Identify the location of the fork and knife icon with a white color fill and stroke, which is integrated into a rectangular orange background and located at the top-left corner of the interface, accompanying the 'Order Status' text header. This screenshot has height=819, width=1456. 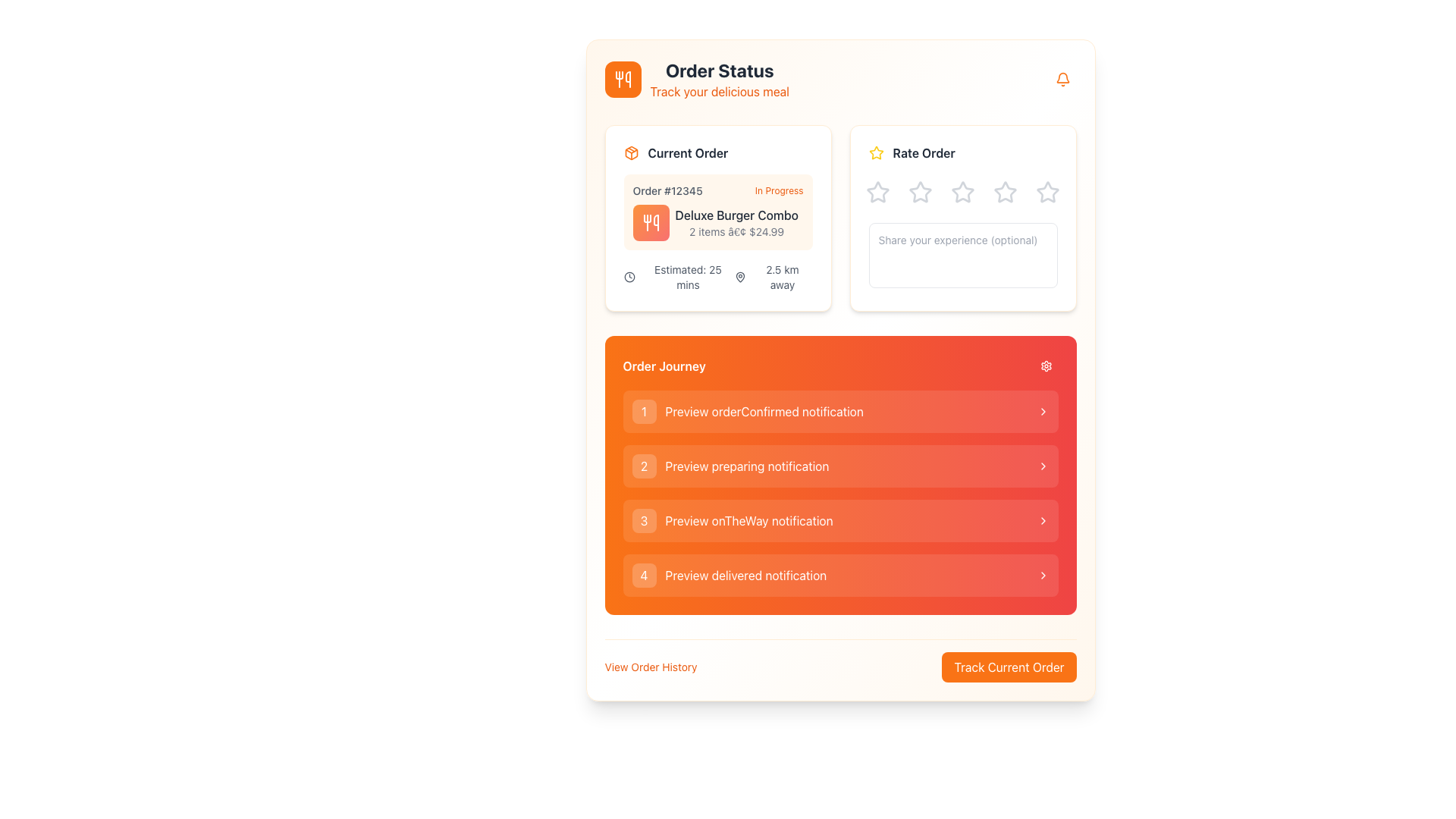
(619, 75).